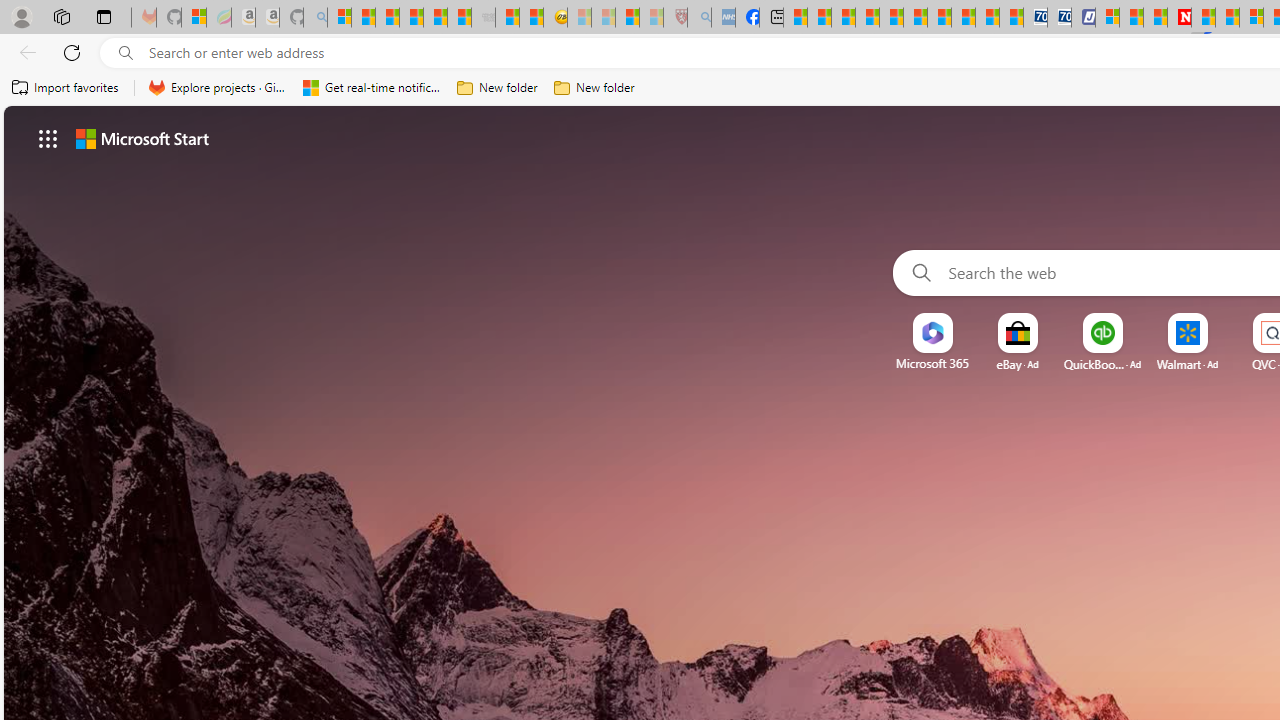 The image size is (1280, 720). Describe the element at coordinates (651, 17) in the screenshot. I see `'12 Popular Science Lies that Must be Corrected - Sleeping'` at that location.